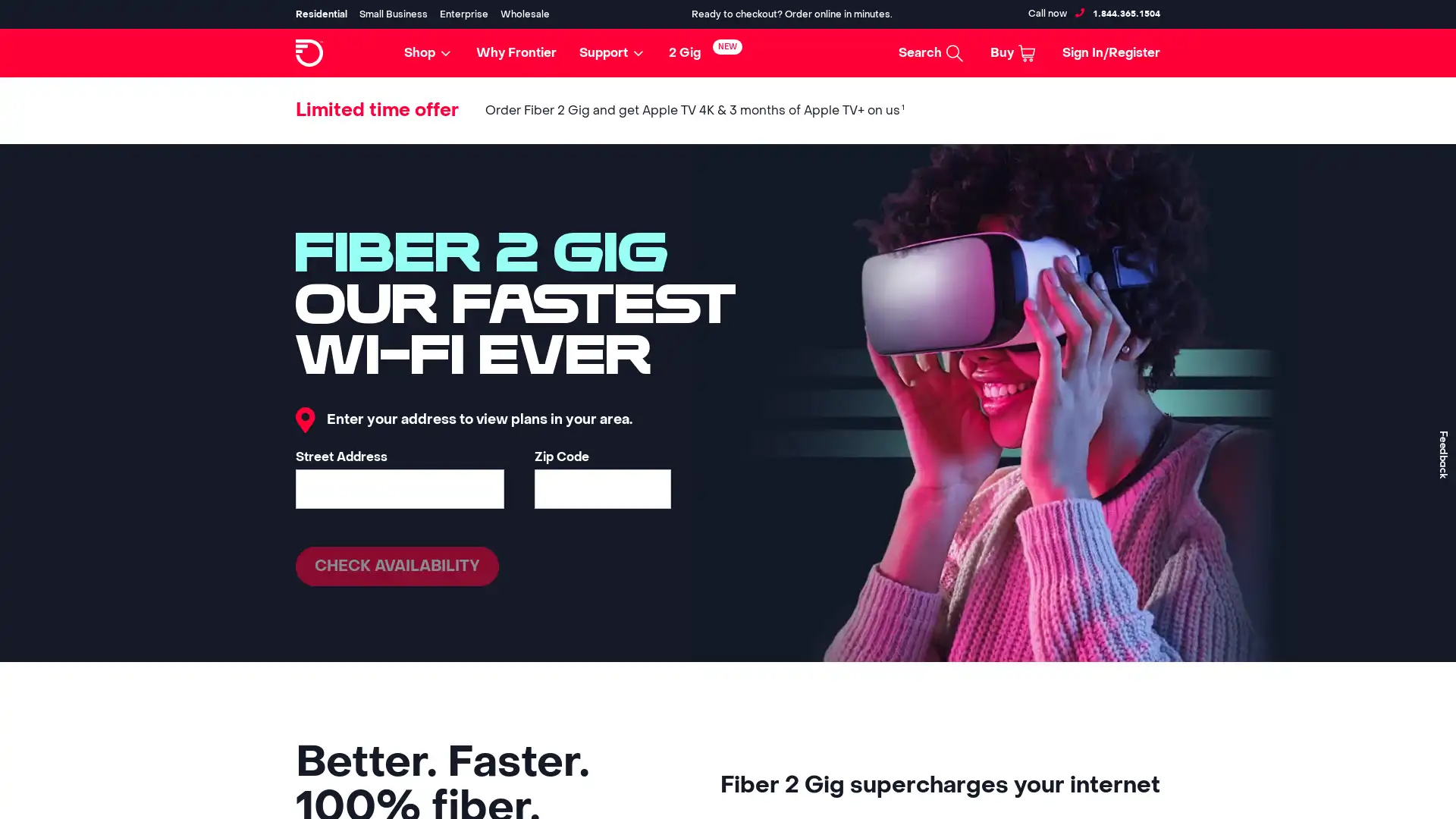 The image size is (1456, 819). What do you see at coordinates (397, 566) in the screenshot?
I see `CHECK AVAILABILITY` at bounding box center [397, 566].